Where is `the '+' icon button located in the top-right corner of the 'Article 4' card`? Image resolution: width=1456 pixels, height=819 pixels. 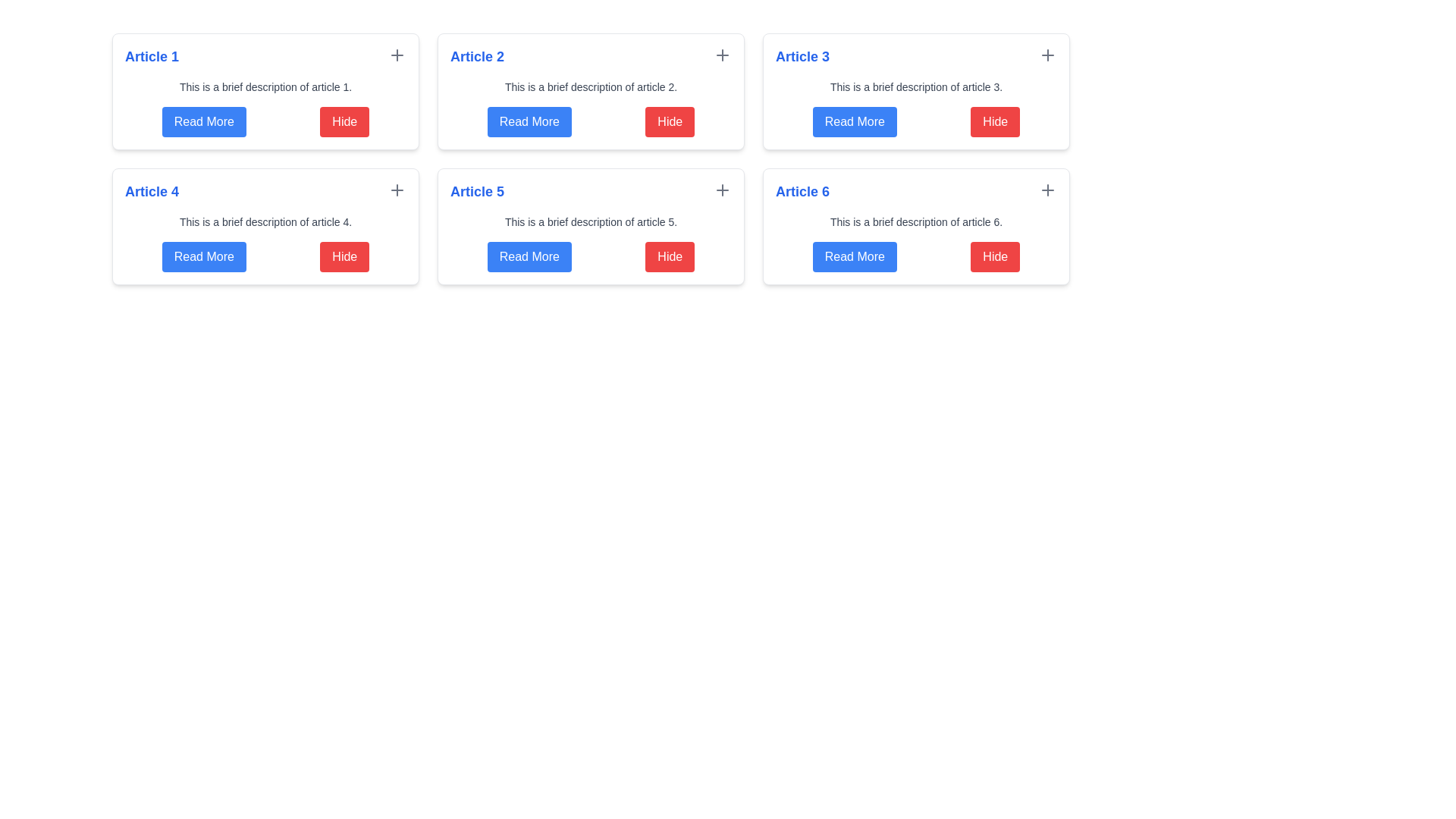 the '+' icon button located in the top-right corner of the 'Article 4' card is located at coordinates (397, 189).